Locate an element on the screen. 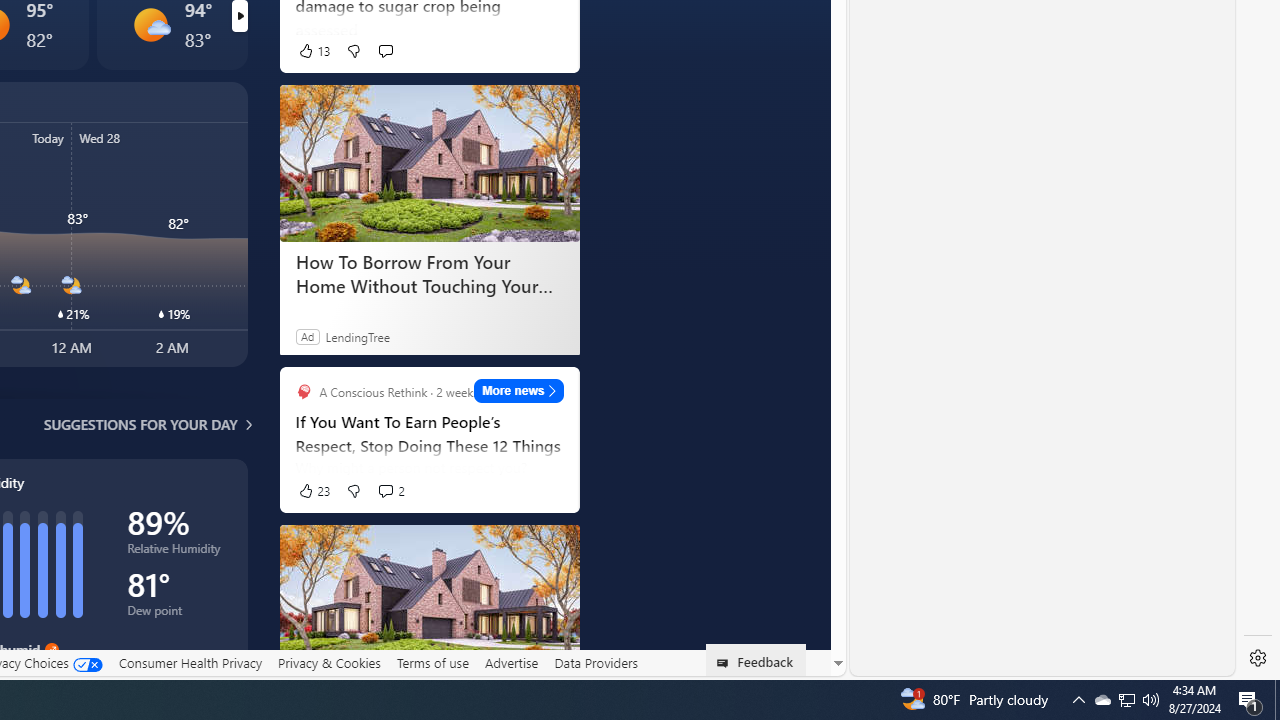 Image resolution: width=1280 pixels, height=720 pixels. 'Class: feedback_link_icon-DS-EntryPoint1-1' is located at coordinates (726, 663).